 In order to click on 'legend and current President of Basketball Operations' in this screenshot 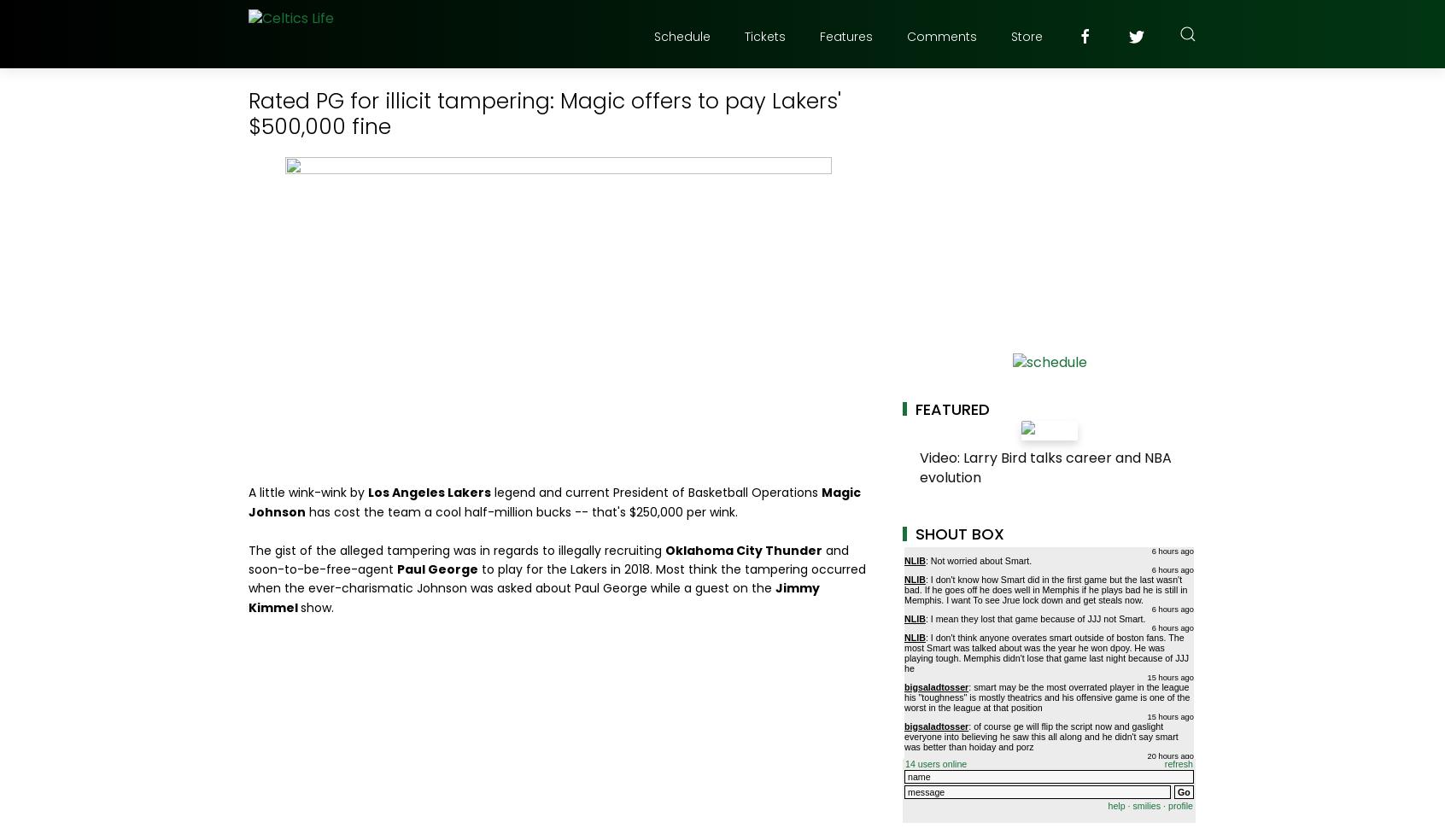, I will do `click(655, 492)`.